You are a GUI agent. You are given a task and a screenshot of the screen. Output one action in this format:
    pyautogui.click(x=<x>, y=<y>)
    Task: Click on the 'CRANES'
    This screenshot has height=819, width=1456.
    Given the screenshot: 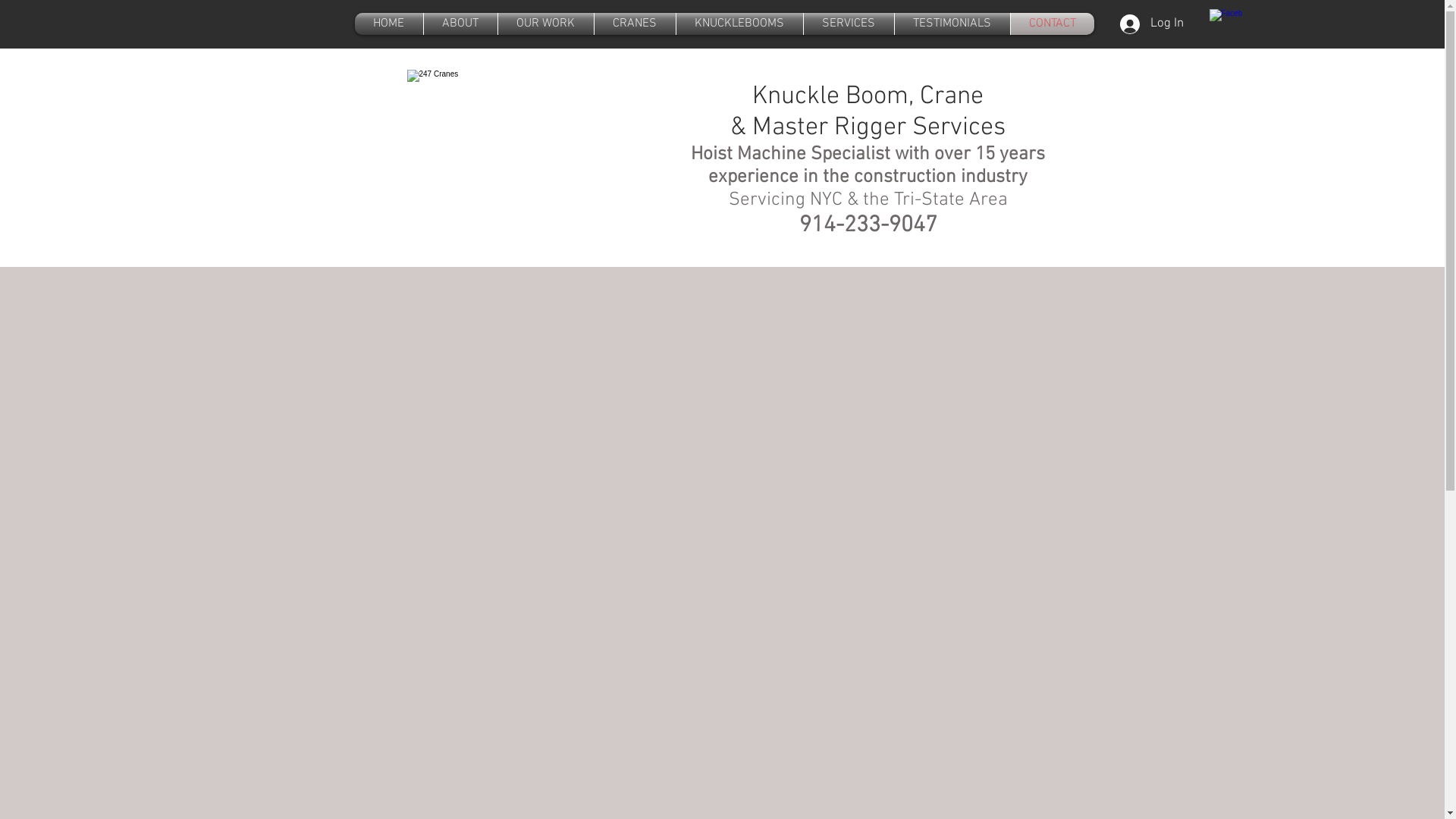 What is the action you would take?
    pyautogui.click(x=635, y=24)
    